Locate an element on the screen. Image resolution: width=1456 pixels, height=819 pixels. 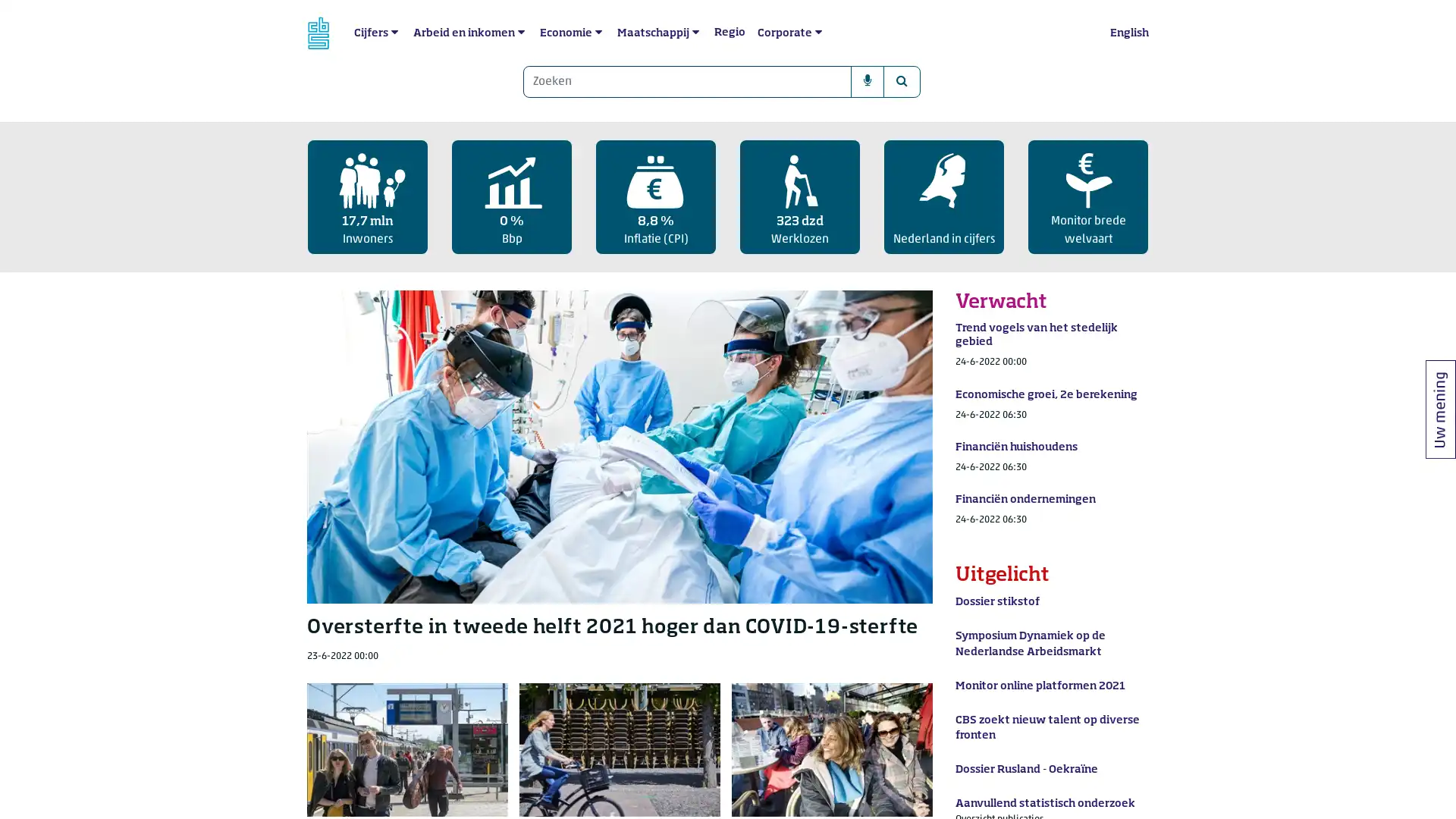
submenu Arbeid en inkomen is located at coordinates (521, 32).